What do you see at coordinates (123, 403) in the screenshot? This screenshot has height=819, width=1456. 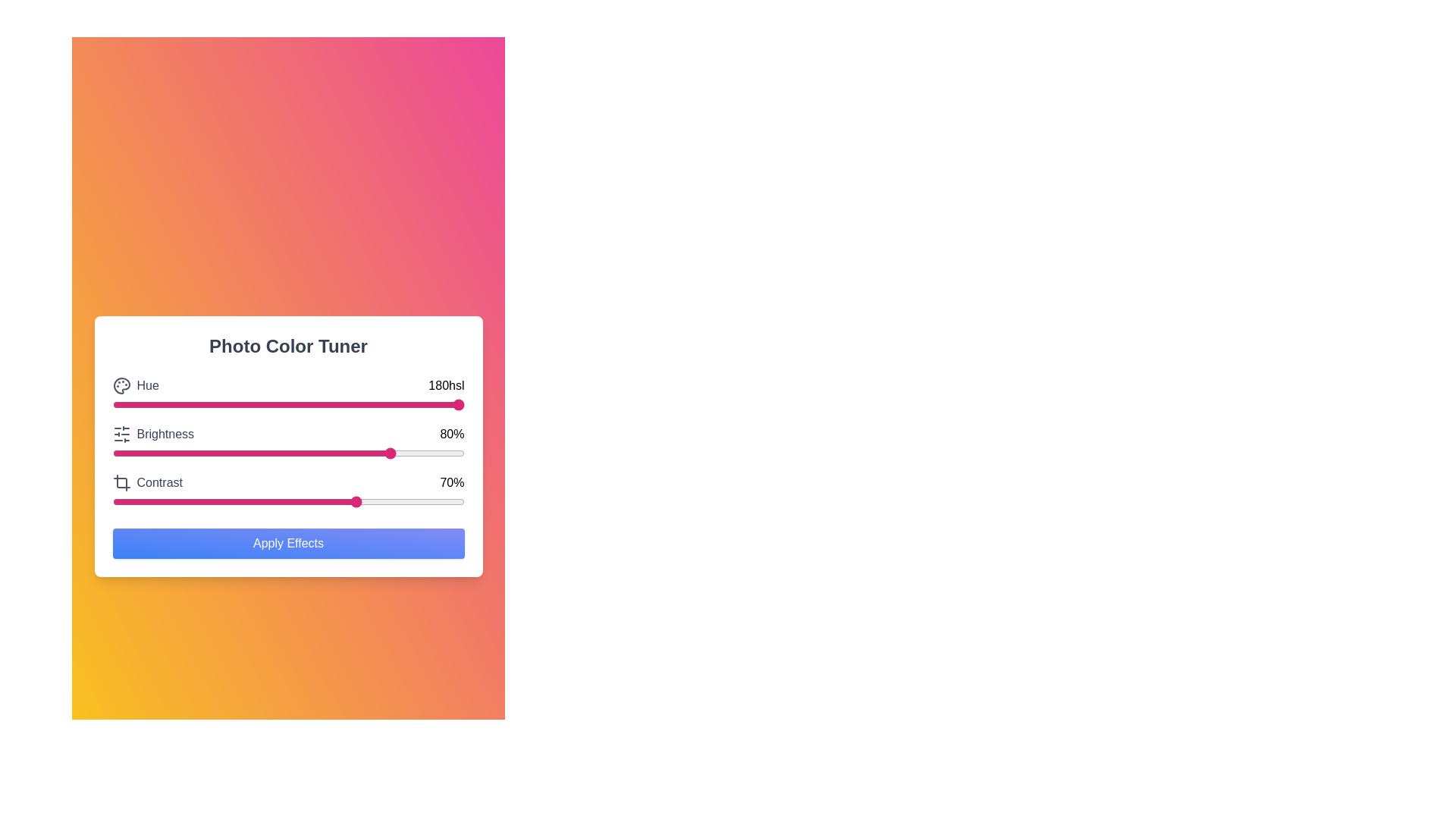 I see `the hue slider to set the hue value to 3` at bounding box center [123, 403].